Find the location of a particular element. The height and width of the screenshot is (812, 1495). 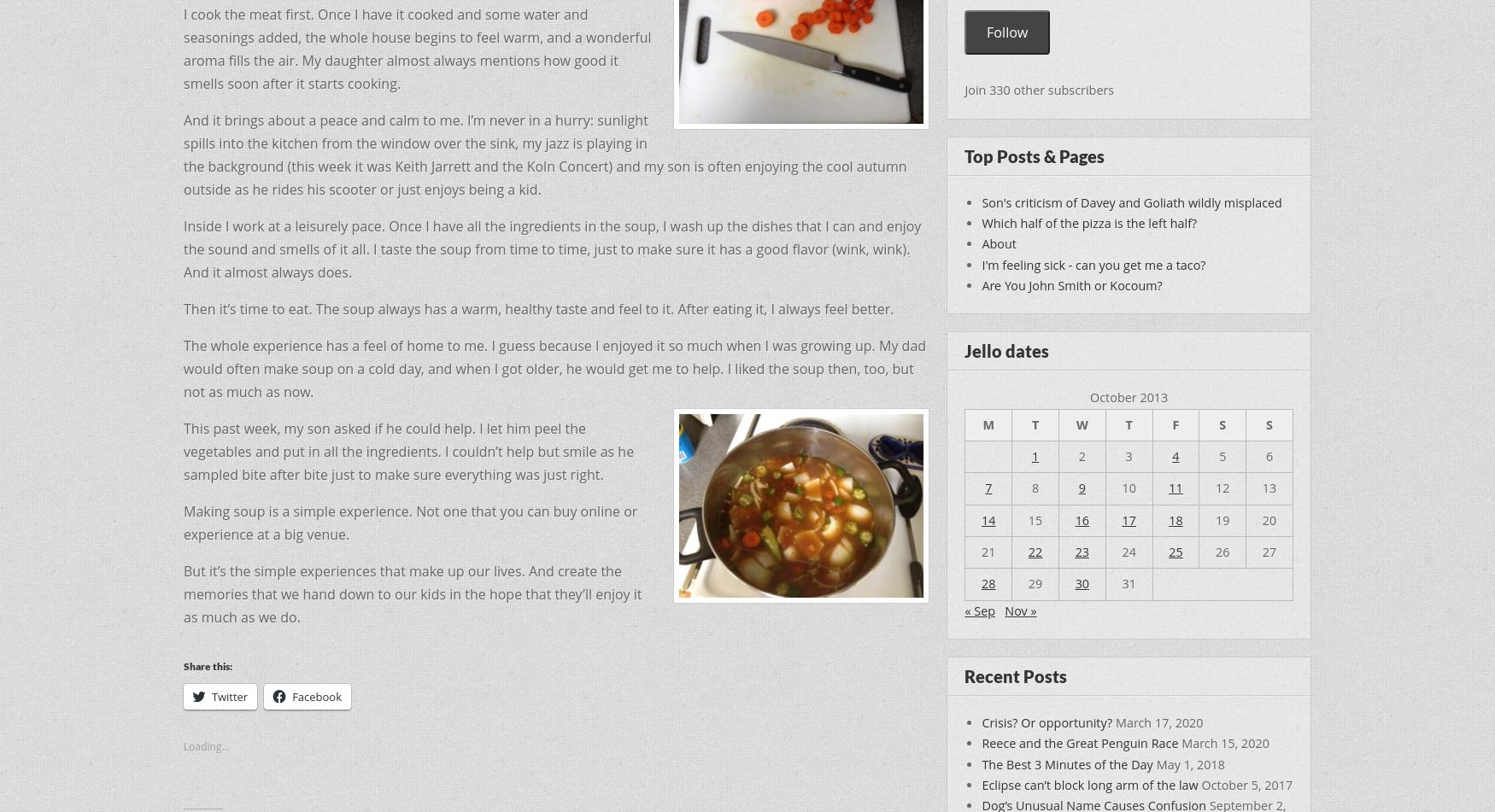

'17' is located at coordinates (1129, 518).